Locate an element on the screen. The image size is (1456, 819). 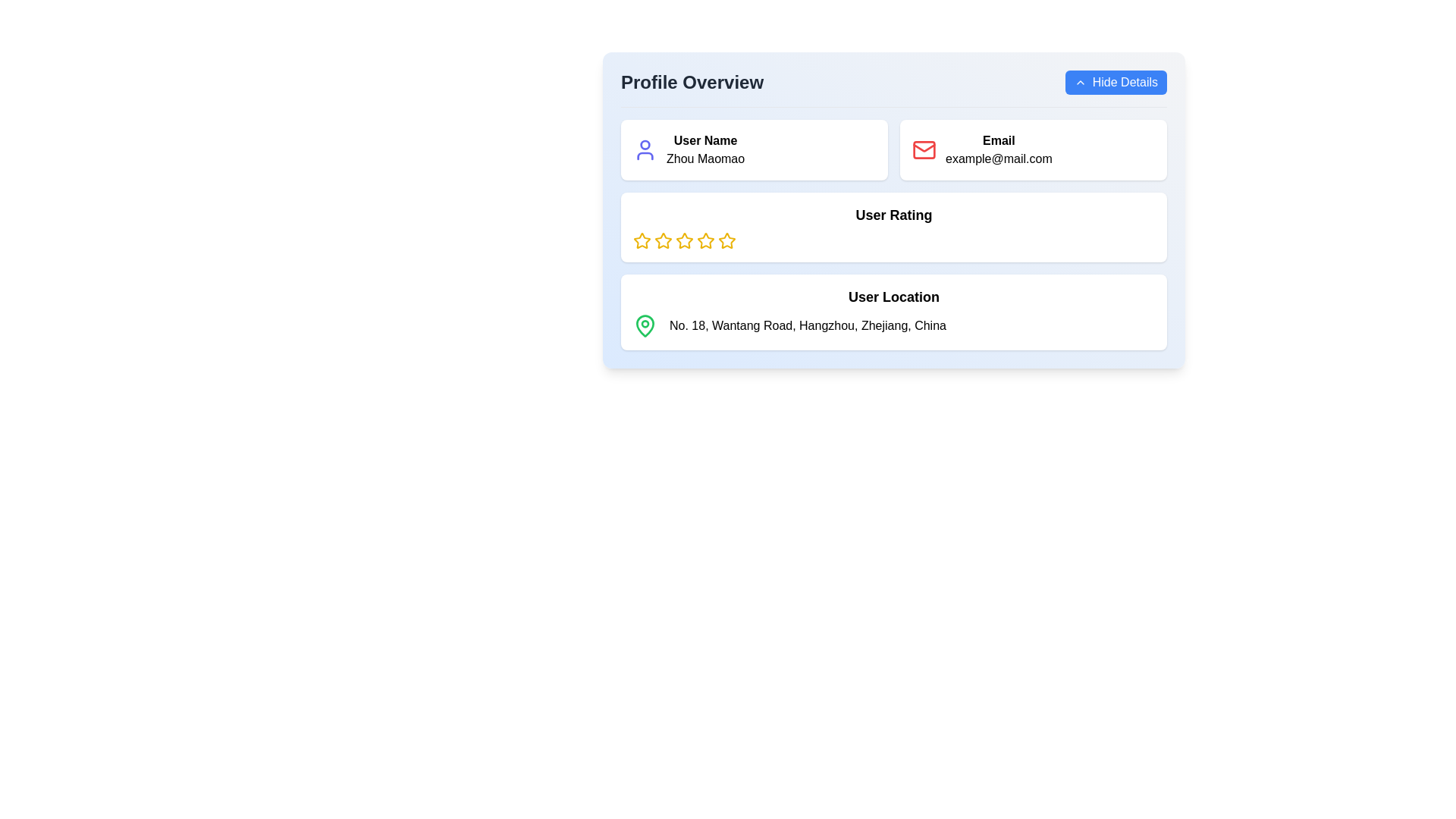
the 'User Rating' text label, which is styled in bold and positioned above the star icons is located at coordinates (894, 215).